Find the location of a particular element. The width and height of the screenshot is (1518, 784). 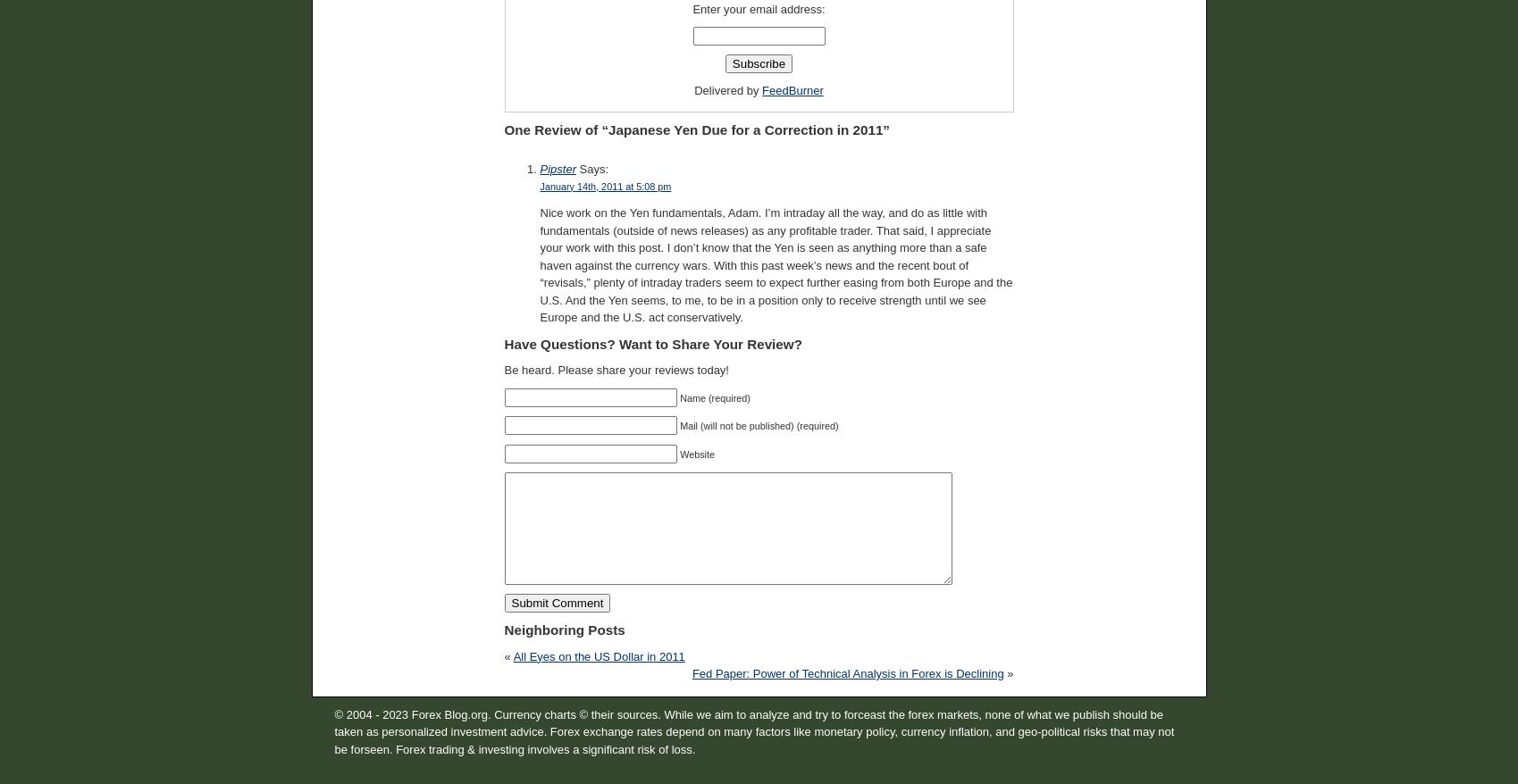

'Pipster' is located at coordinates (558, 168).